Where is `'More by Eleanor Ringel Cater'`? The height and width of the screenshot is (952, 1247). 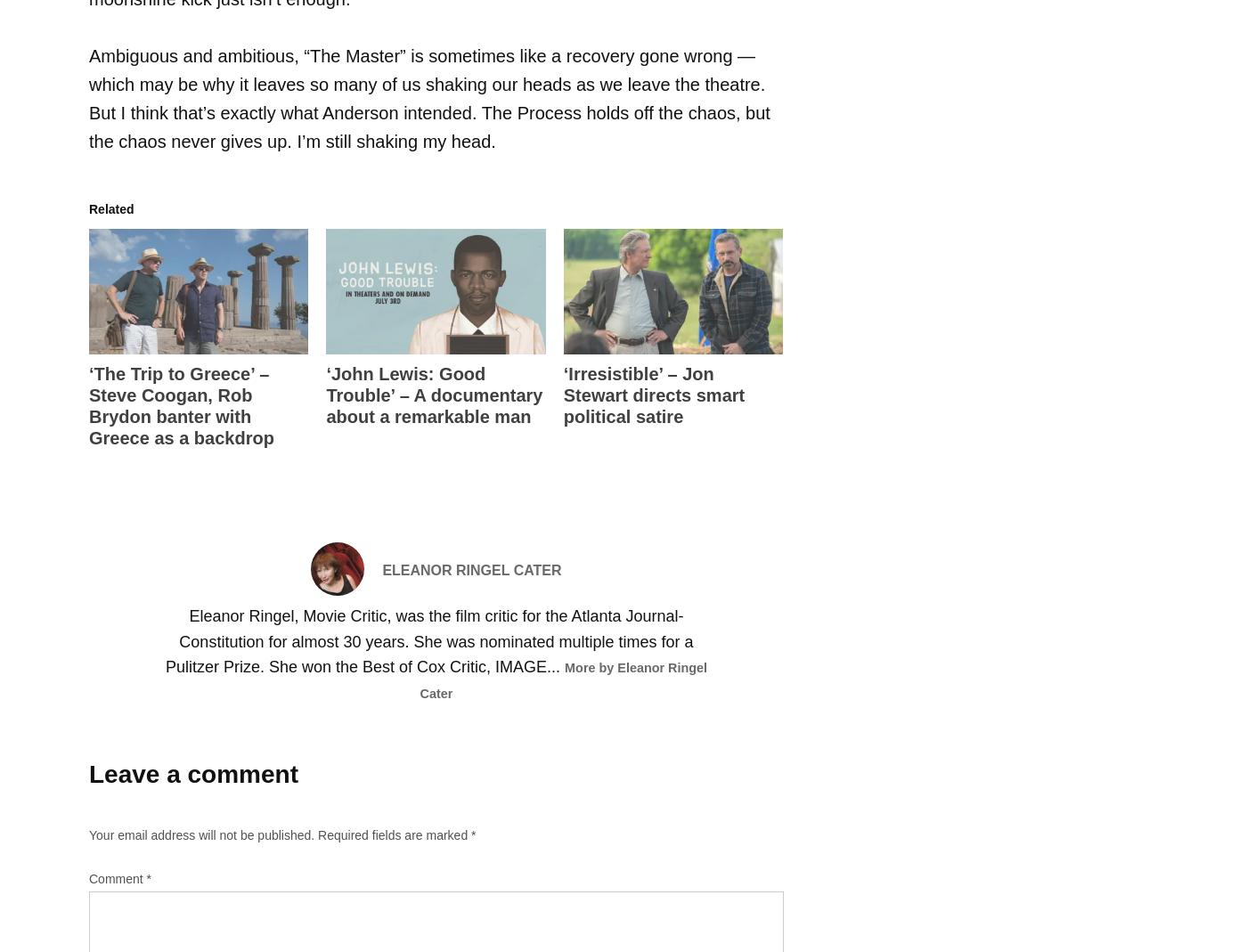
'More by Eleanor Ringel Cater' is located at coordinates (418, 680).